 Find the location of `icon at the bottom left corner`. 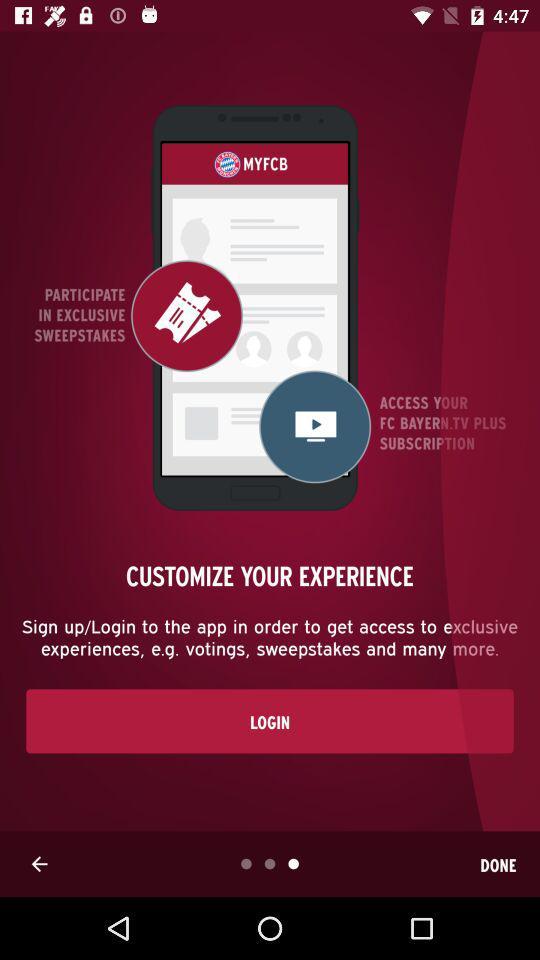

icon at the bottom left corner is located at coordinates (39, 863).